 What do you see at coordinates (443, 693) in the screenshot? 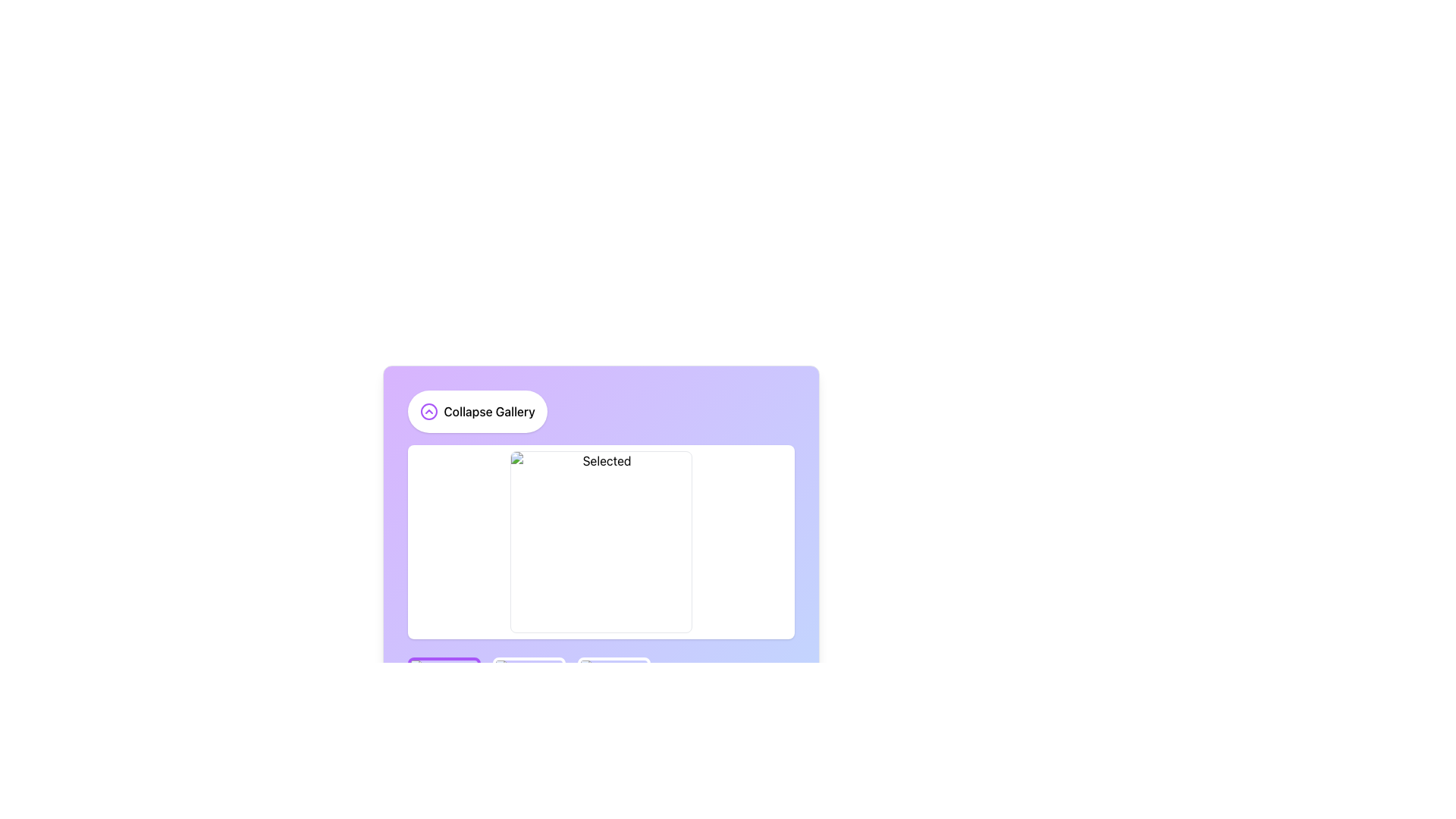
I see `the first selectable thumbnail in the horizontal gallery, which is a square-shaped image with a purple border and rounded corners` at bounding box center [443, 693].